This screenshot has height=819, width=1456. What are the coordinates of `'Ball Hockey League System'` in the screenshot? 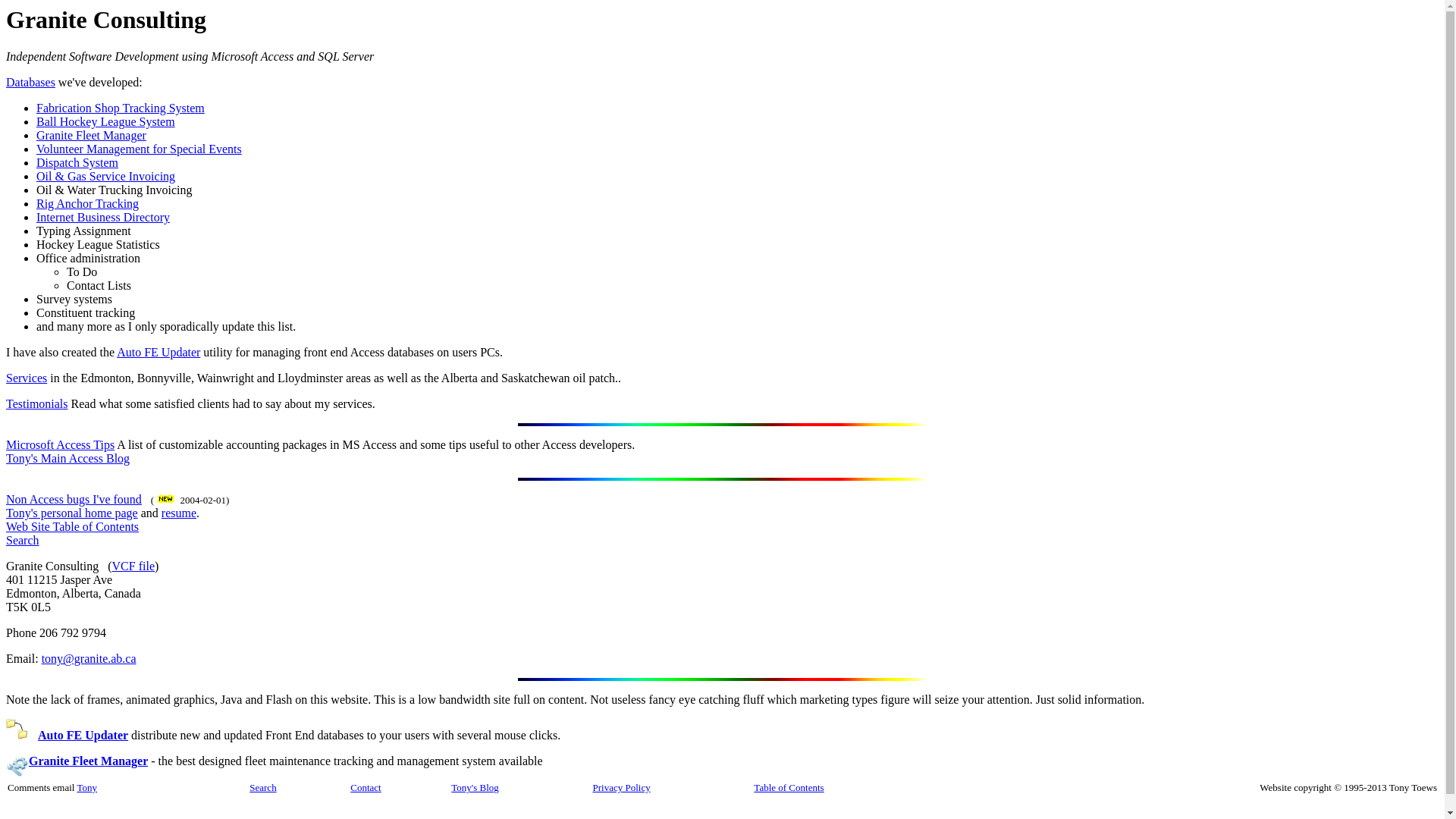 It's located at (105, 121).